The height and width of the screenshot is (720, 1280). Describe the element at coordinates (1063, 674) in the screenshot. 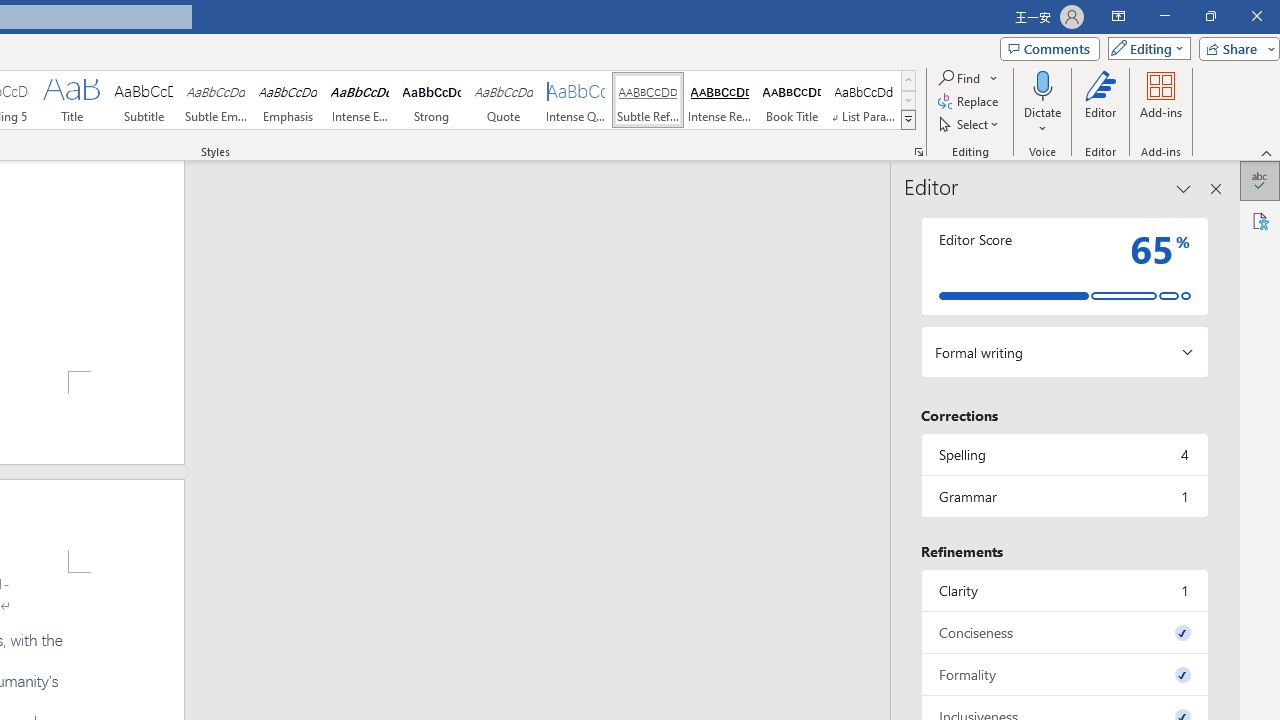

I see `'Formality, 0 issues. Press space or enter to review items.'` at that location.